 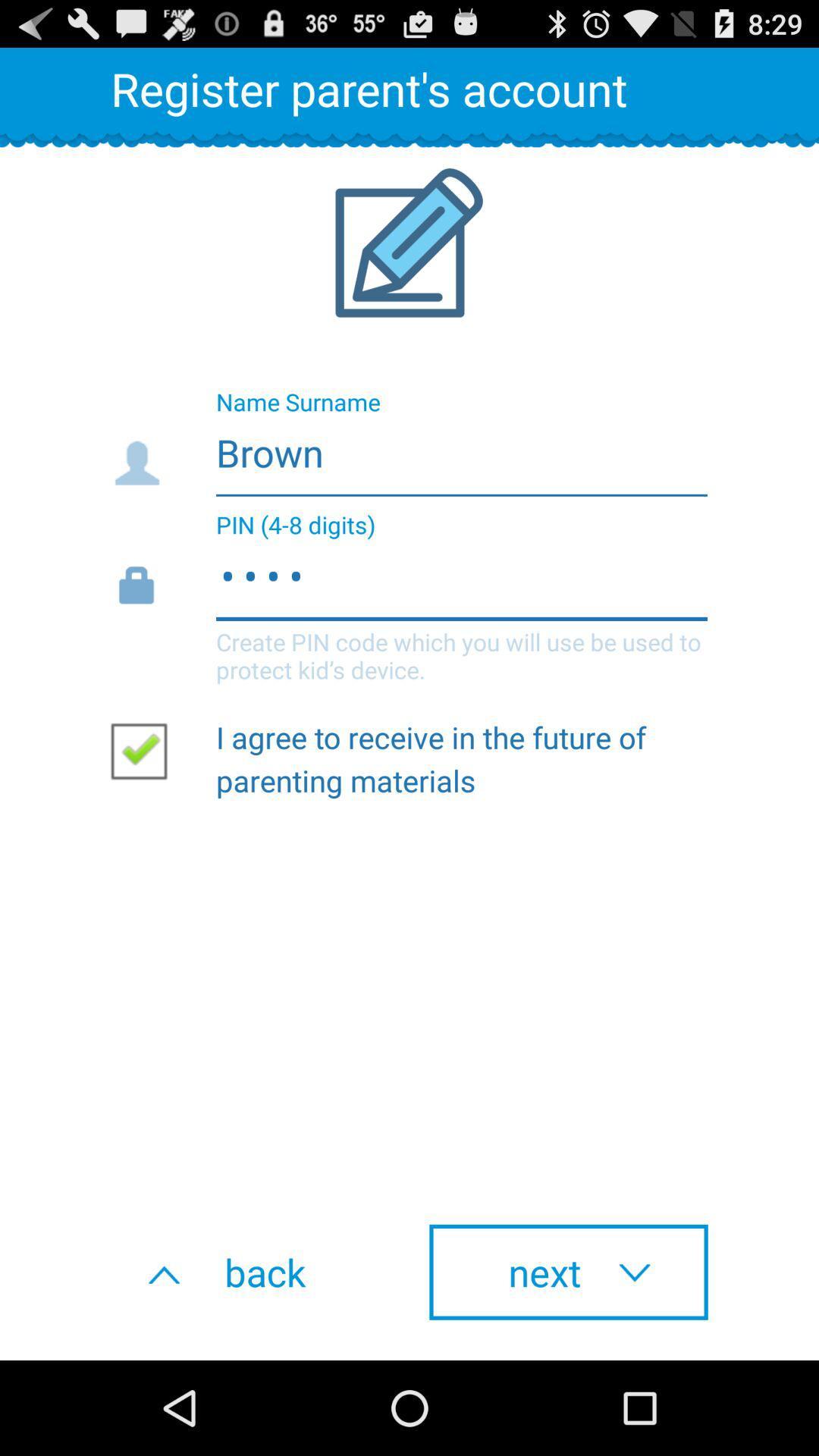 I want to click on item to the left of i agree to icon, so click(x=145, y=750).